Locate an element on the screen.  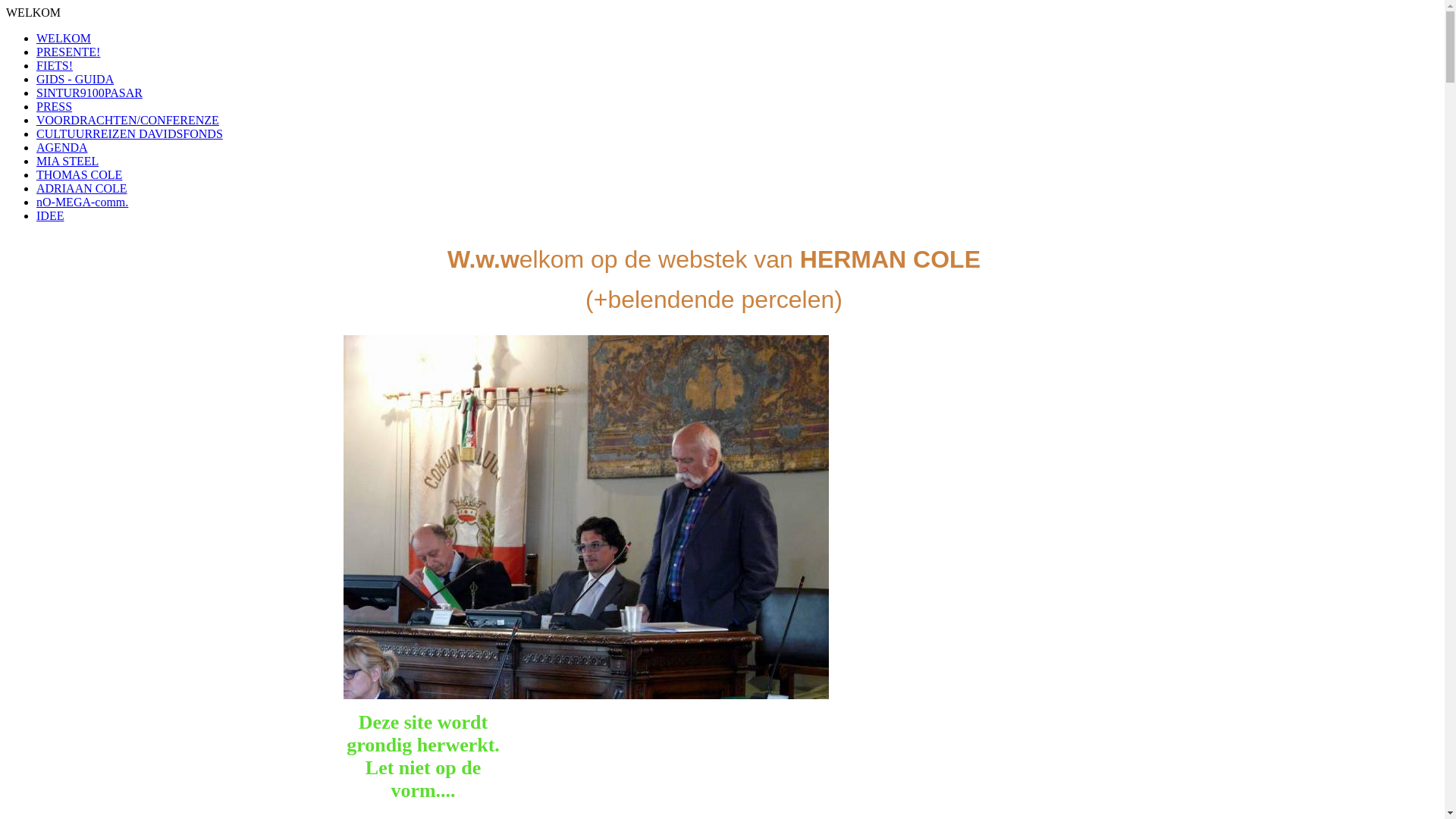
'CULTUURREIZEN DAVIDSFONDS' is located at coordinates (130, 133).